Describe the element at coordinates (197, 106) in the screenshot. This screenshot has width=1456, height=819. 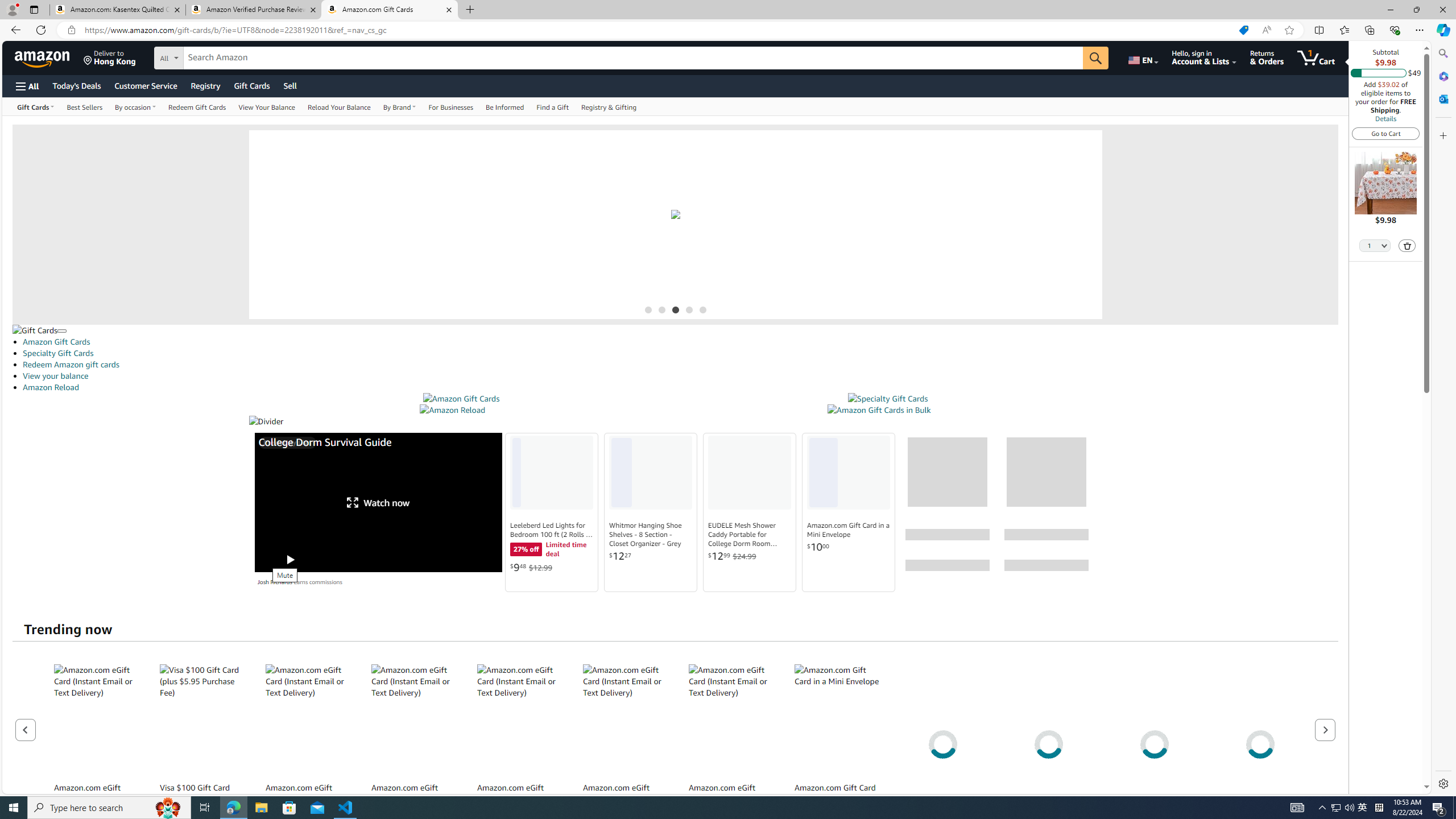
I see `'Redeem Gift Cards'` at that location.